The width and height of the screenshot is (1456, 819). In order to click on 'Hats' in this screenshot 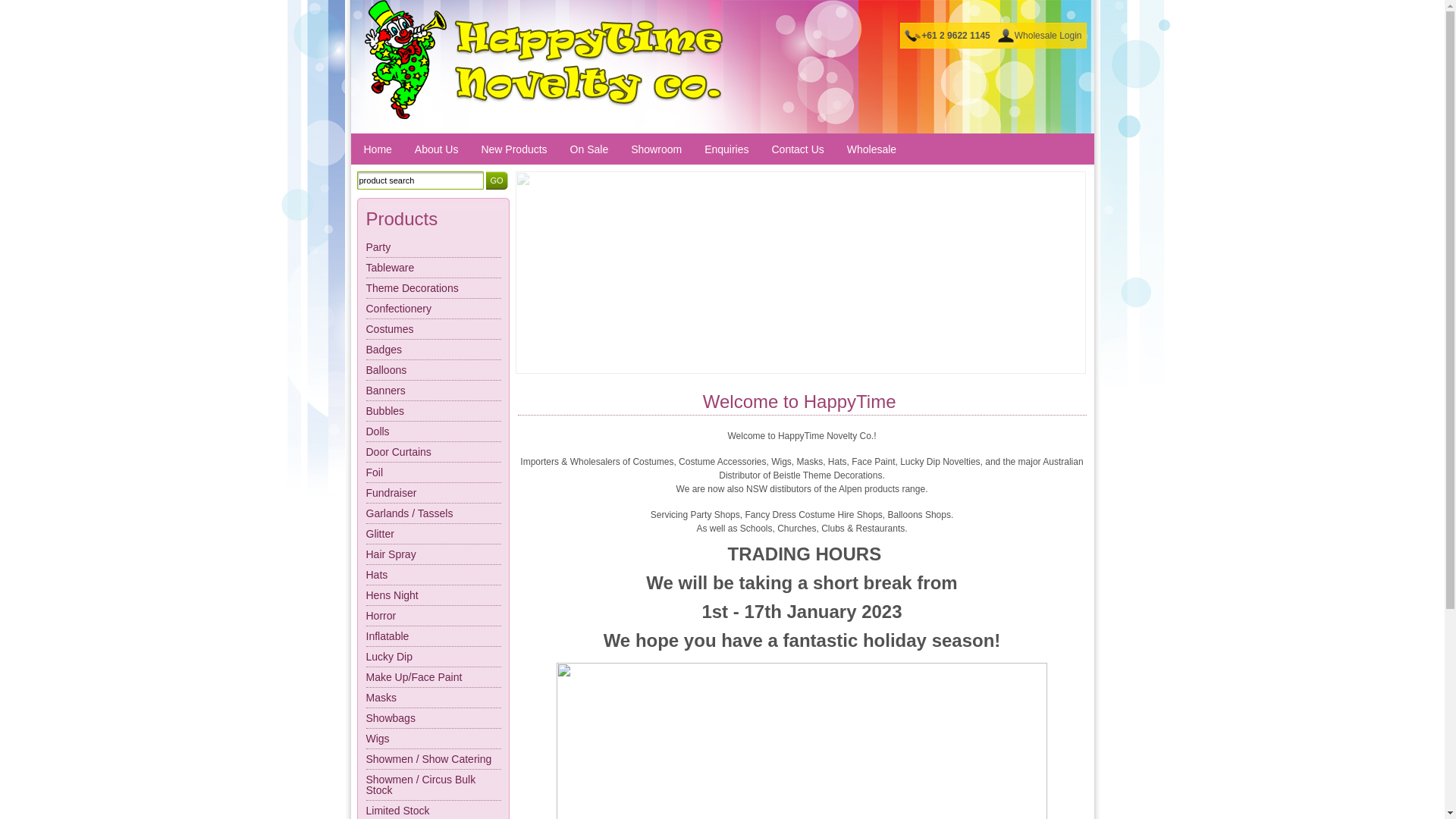, I will do `click(432, 575)`.